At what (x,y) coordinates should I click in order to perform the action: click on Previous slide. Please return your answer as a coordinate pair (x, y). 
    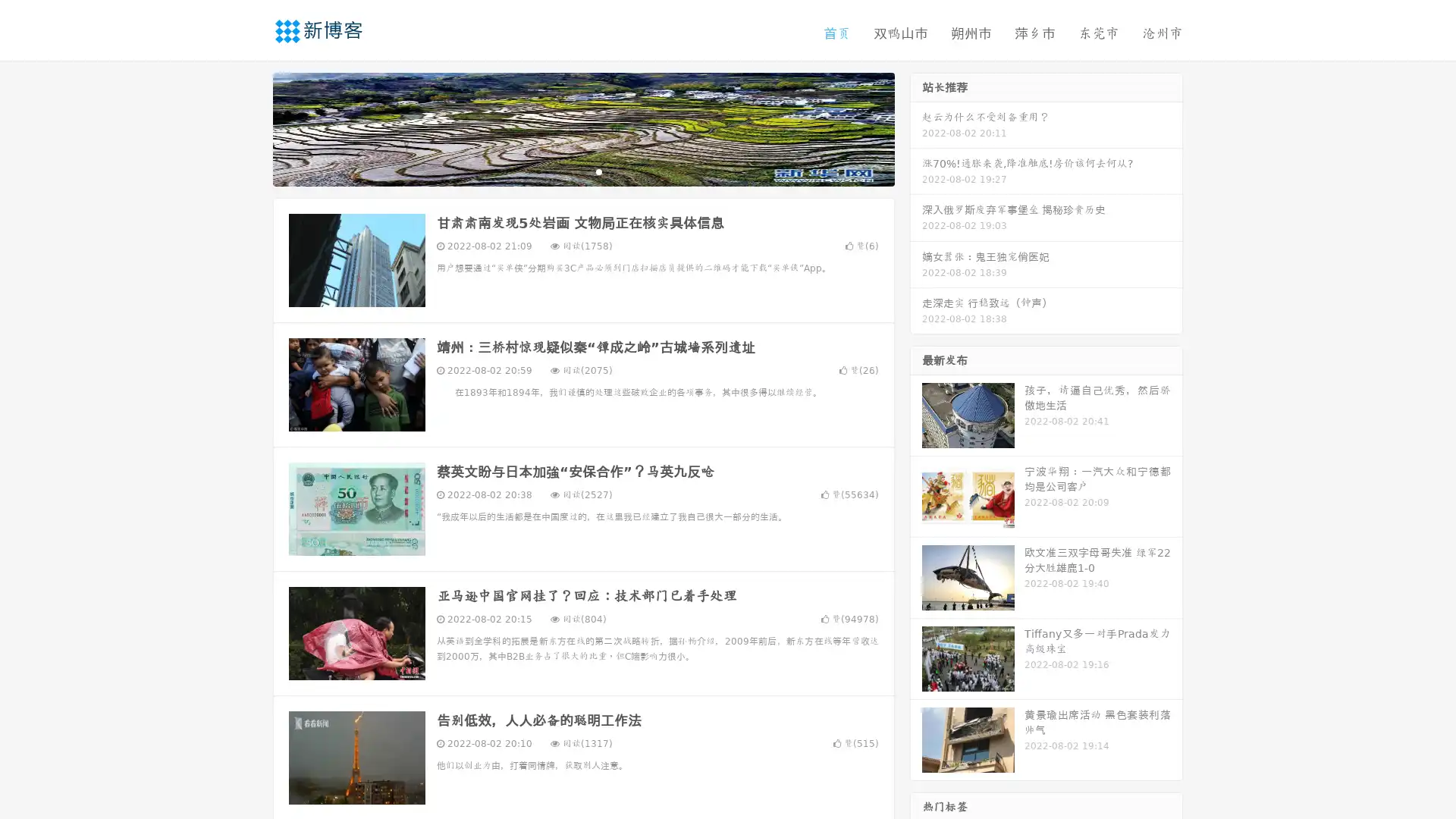
    Looking at the image, I should click on (250, 127).